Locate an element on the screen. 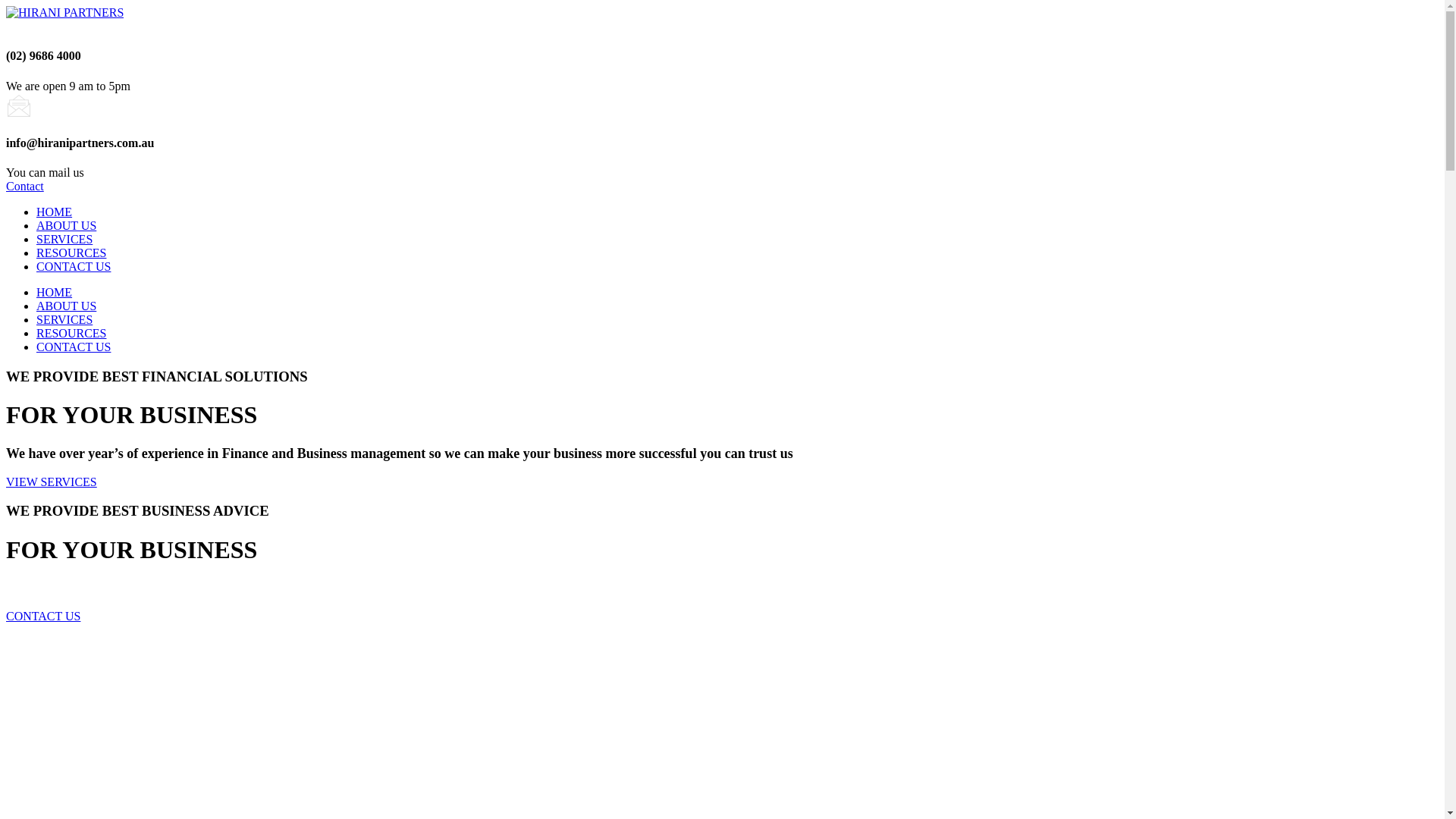  'HOME' is located at coordinates (36, 292).